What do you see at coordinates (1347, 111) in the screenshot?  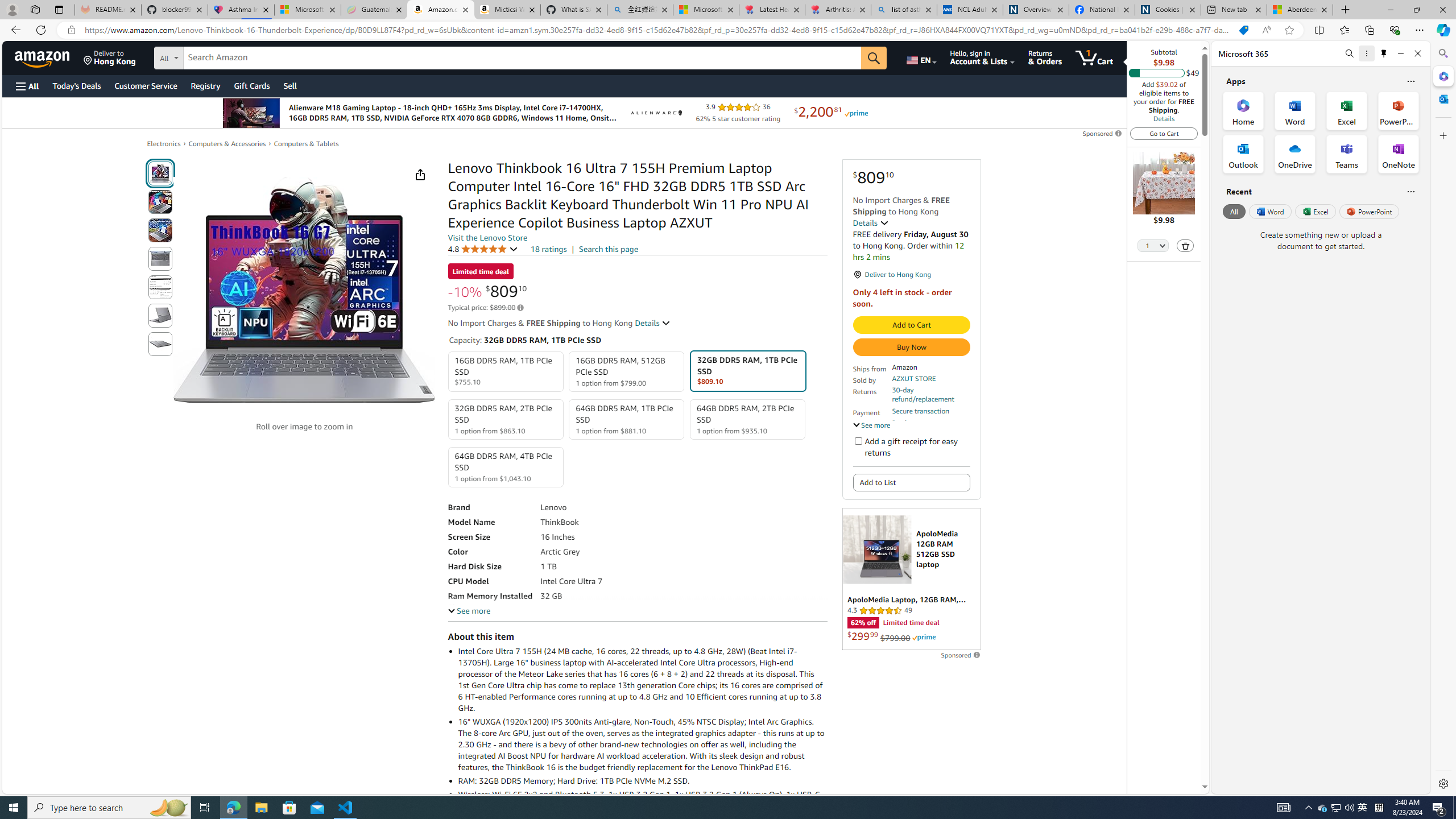 I see `'Excel Office App'` at bounding box center [1347, 111].